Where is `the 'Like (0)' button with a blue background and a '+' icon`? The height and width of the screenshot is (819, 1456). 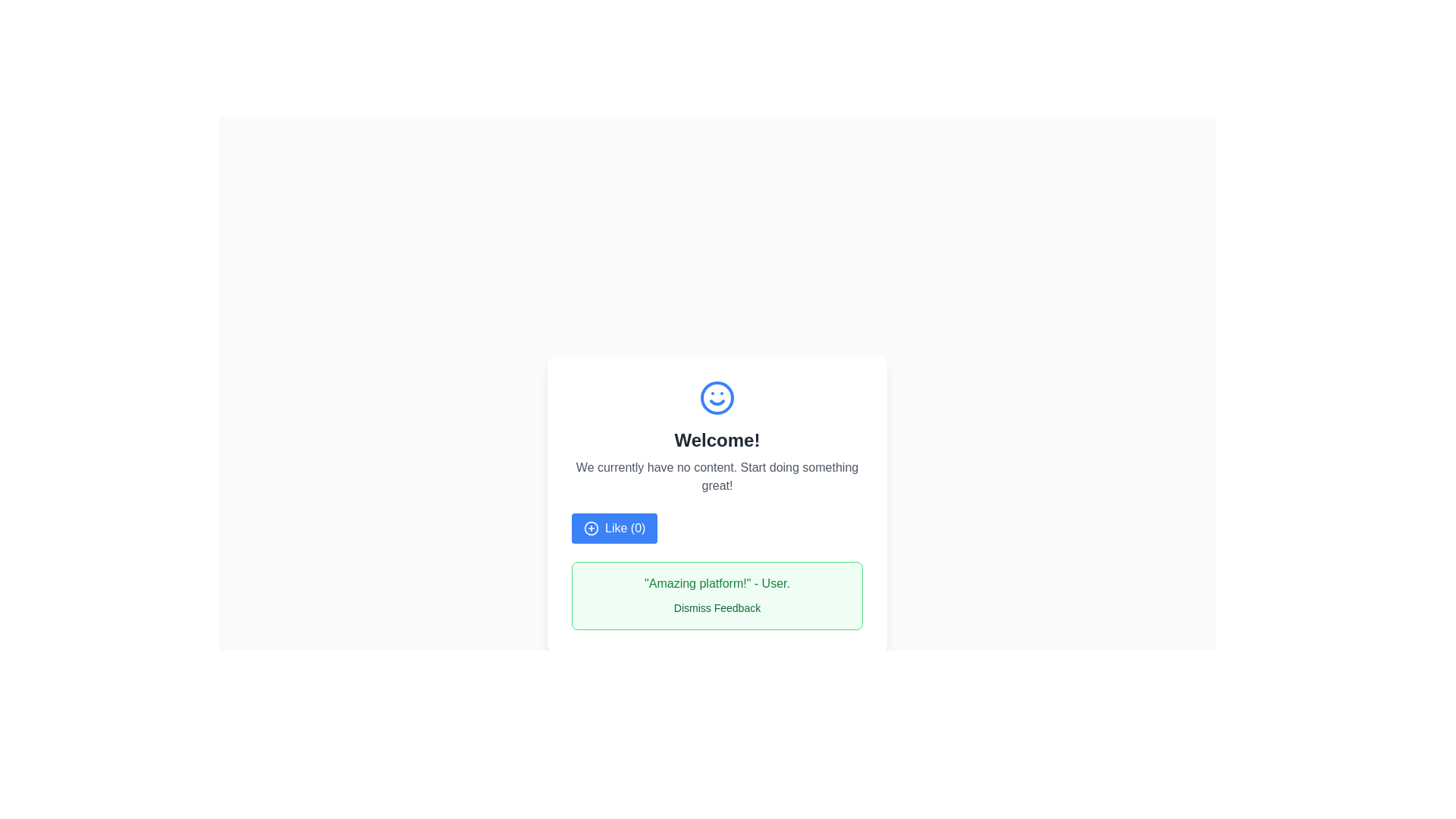 the 'Like (0)' button with a blue background and a '+' icon is located at coordinates (614, 528).